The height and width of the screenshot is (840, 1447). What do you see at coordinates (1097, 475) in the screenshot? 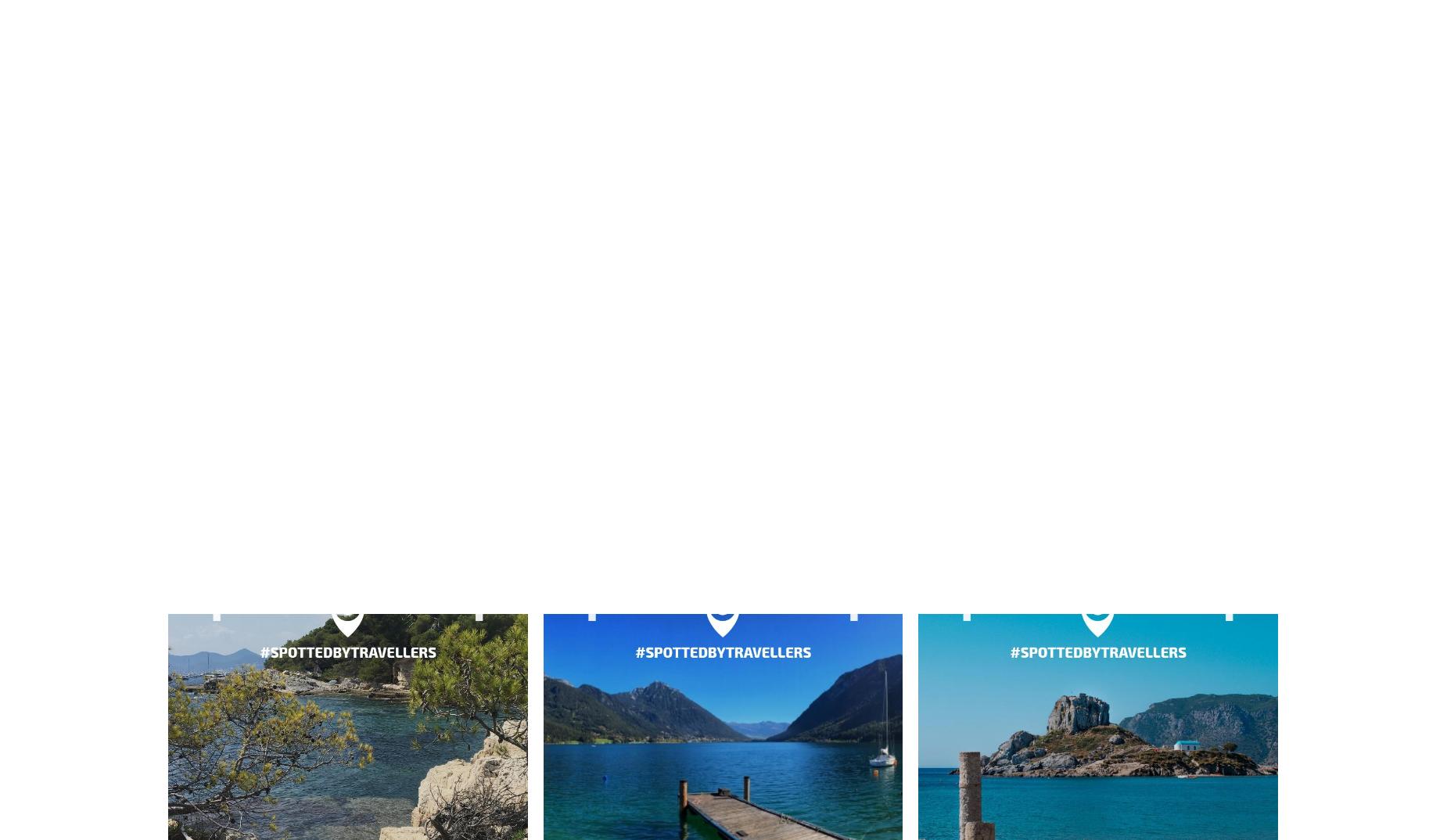
I see `'Tavira'` at bounding box center [1097, 475].